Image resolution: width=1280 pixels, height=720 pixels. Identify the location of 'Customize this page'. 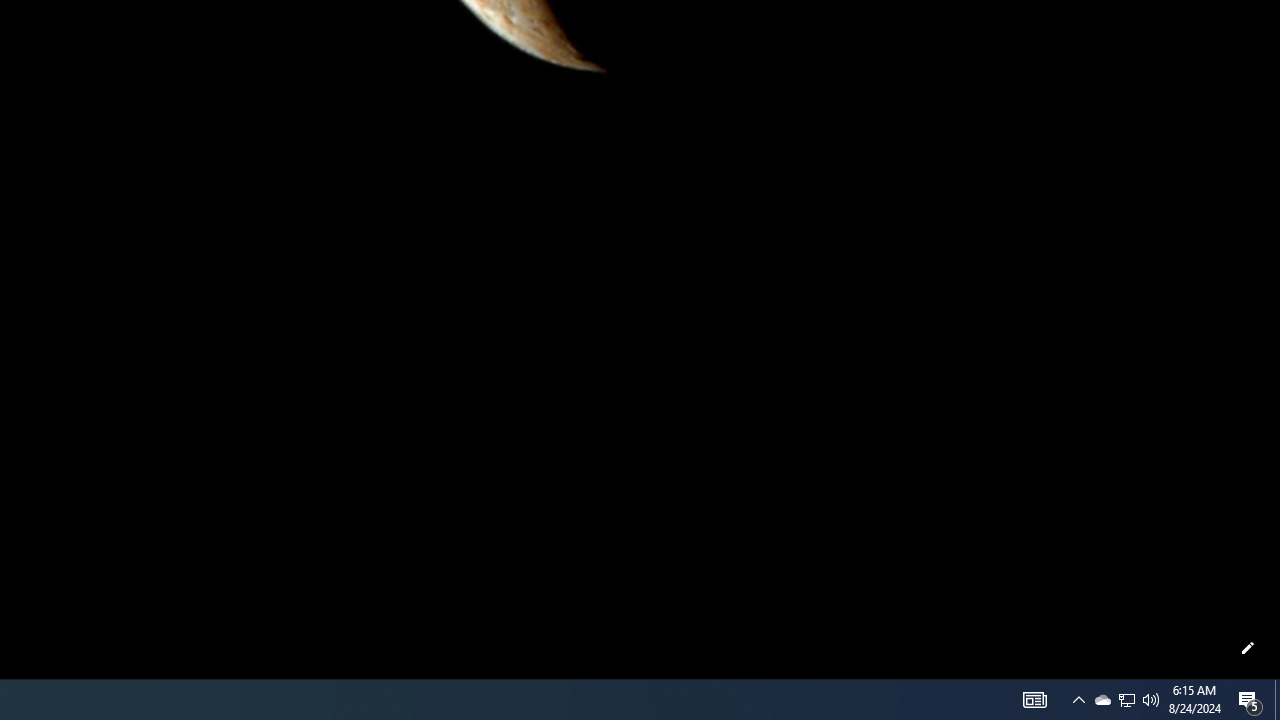
(1247, 648).